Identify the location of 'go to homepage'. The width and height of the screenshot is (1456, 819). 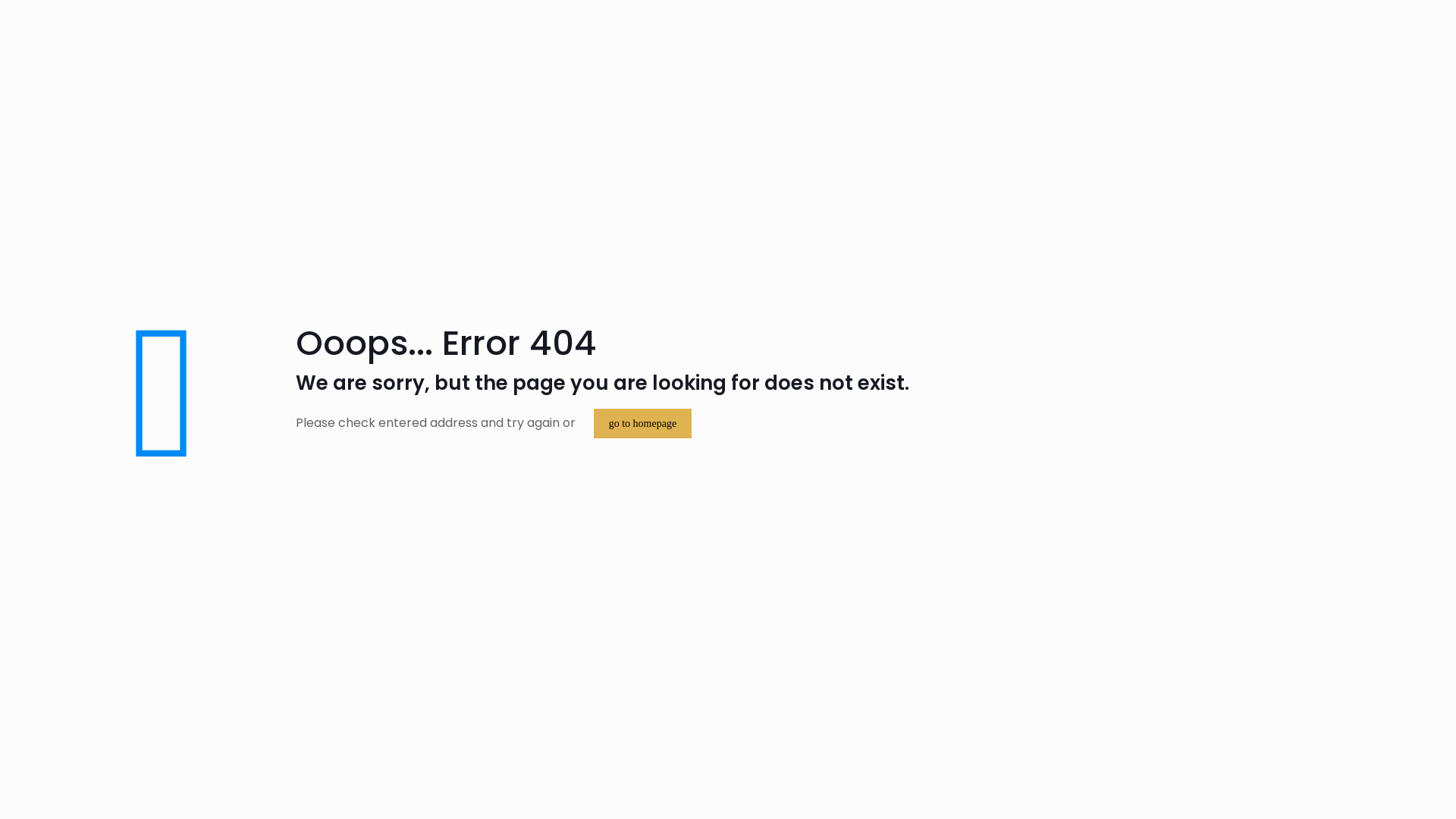
(642, 423).